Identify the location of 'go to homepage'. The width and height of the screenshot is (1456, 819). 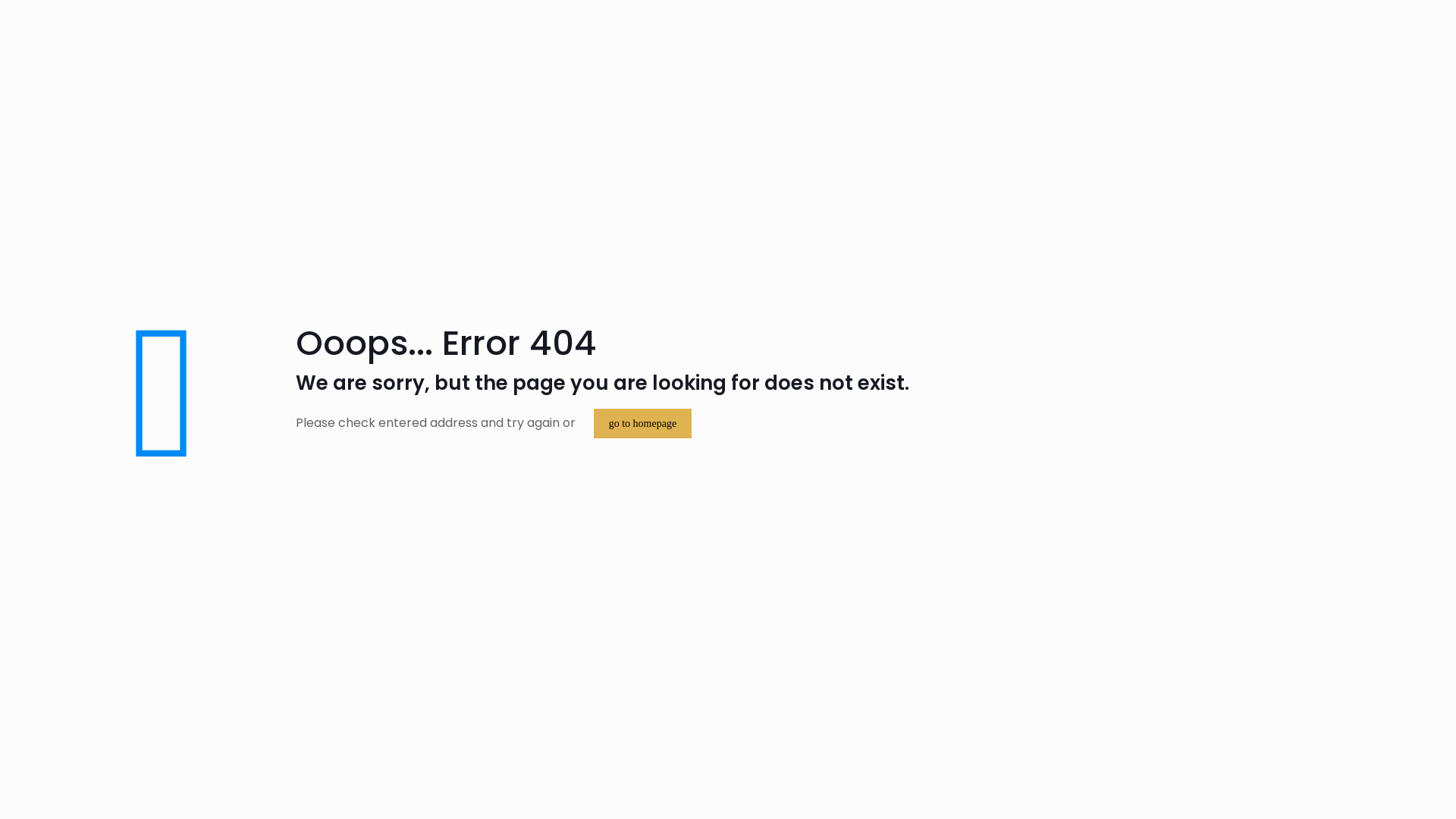
(642, 423).